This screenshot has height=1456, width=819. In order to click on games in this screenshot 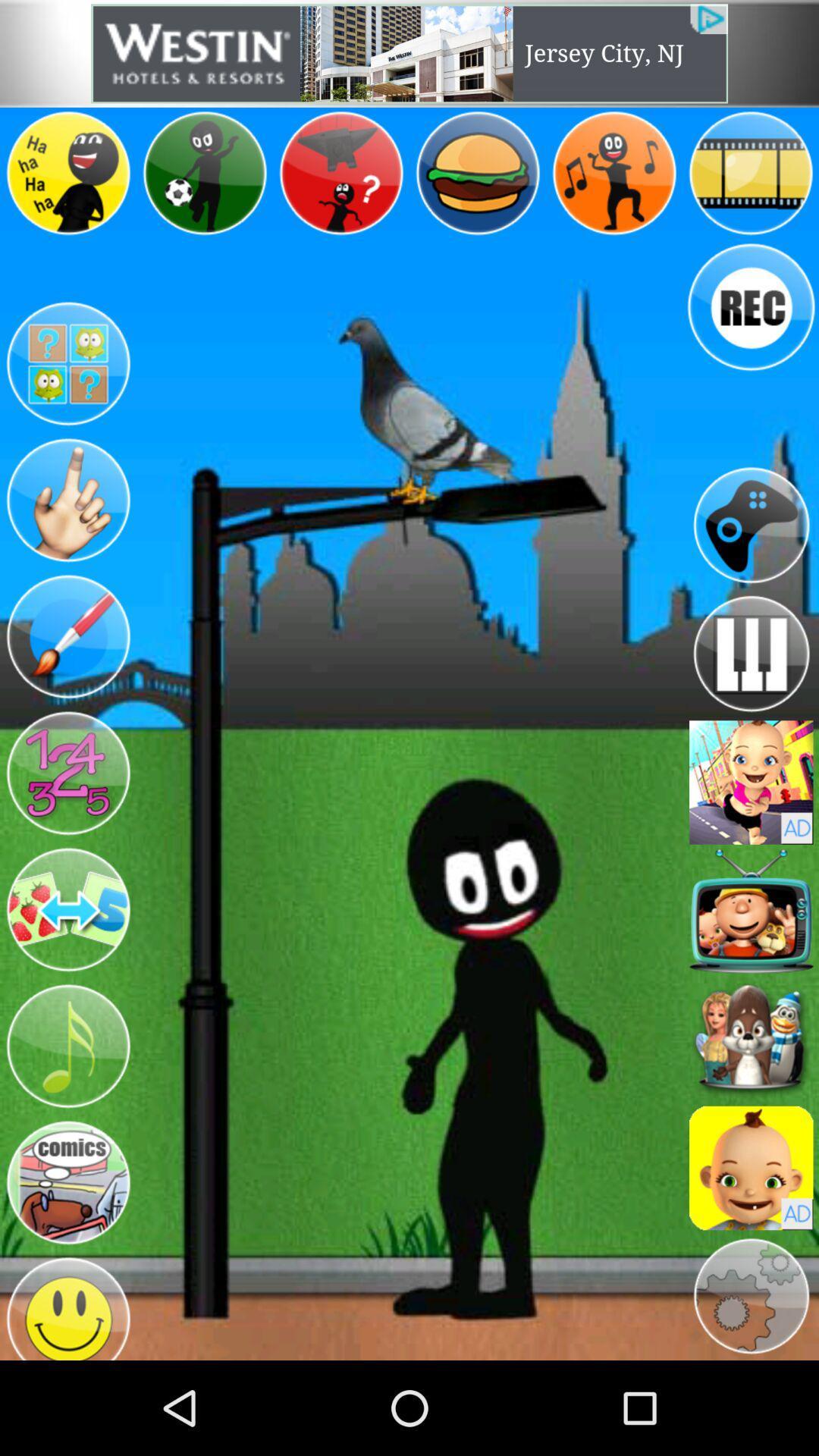, I will do `click(751, 525)`.